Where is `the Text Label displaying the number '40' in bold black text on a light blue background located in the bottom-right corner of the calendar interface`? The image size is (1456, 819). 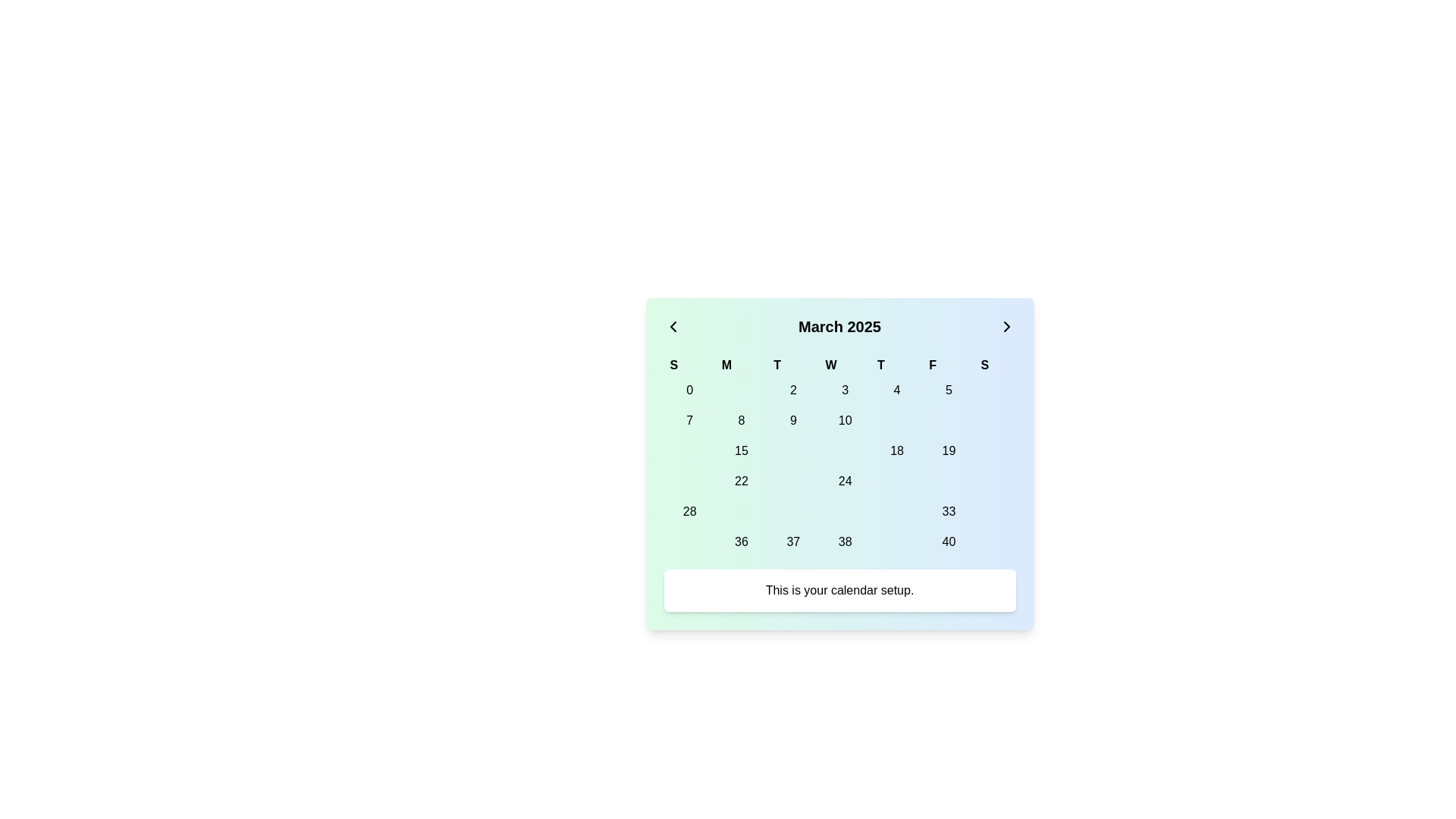 the Text Label displaying the number '40' in bold black text on a light blue background located in the bottom-right corner of the calendar interface is located at coordinates (948, 541).